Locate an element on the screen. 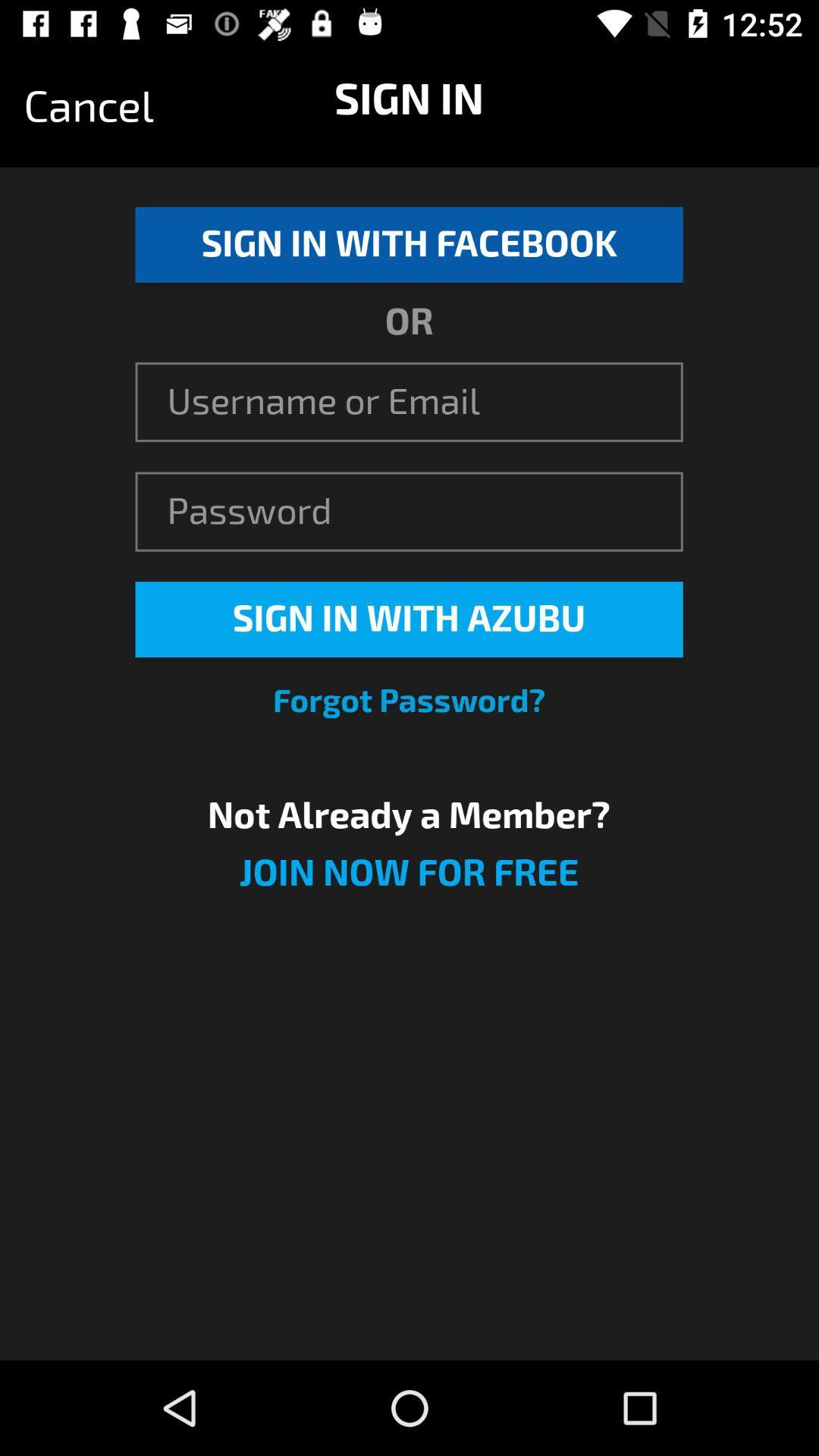  icon at the top left corner is located at coordinates (89, 106).